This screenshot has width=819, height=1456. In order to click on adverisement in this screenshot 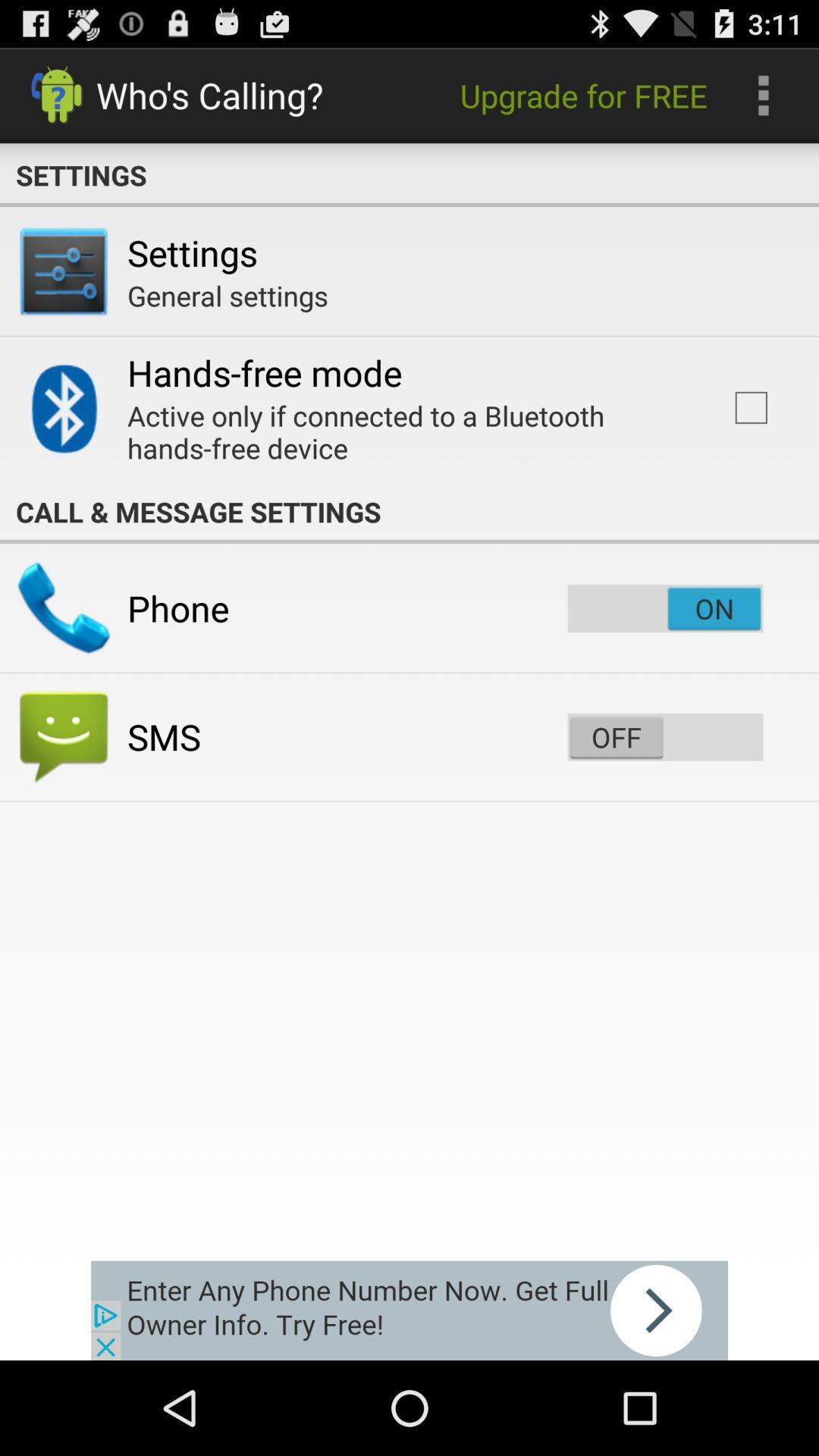, I will do `click(409, 1310)`.